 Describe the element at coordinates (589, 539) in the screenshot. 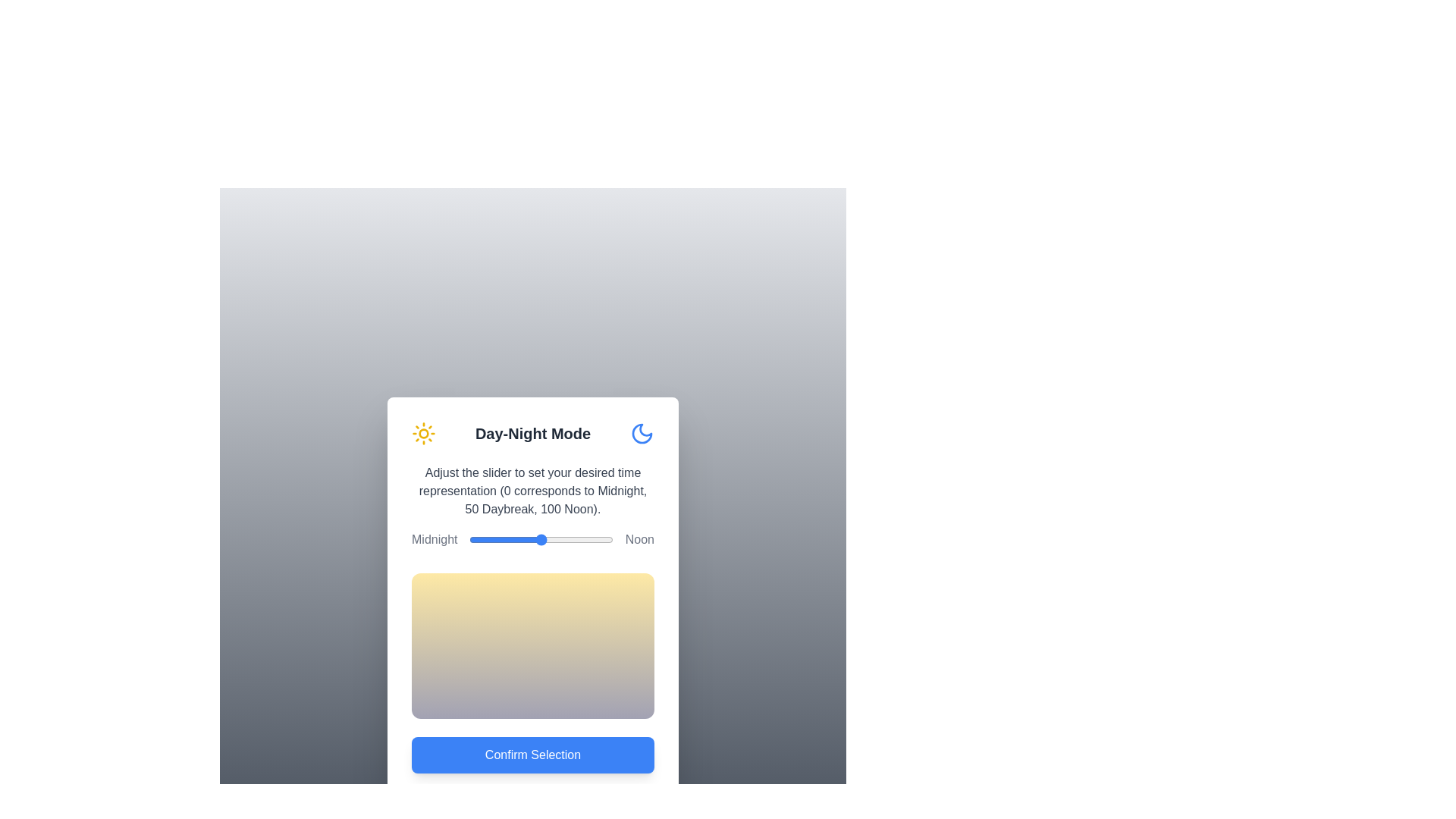

I see `the slider to set the time representation to 84` at that location.